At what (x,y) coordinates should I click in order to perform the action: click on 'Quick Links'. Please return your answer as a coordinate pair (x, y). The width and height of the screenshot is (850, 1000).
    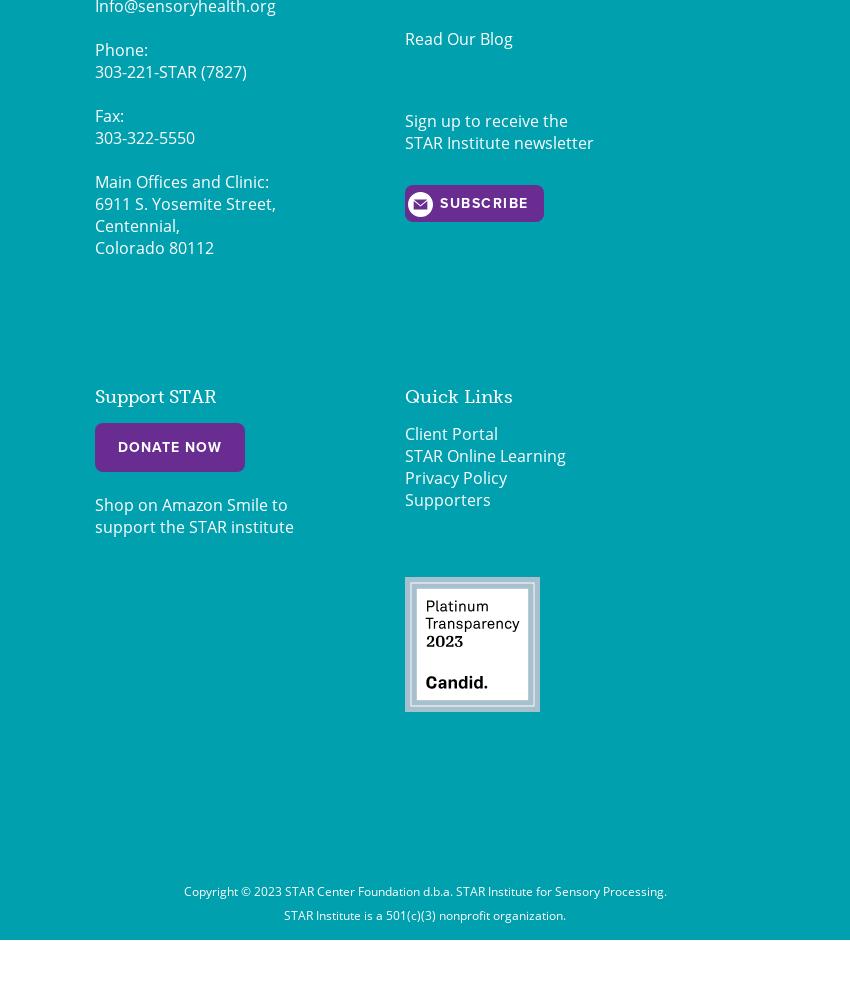
    Looking at the image, I should click on (458, 396).